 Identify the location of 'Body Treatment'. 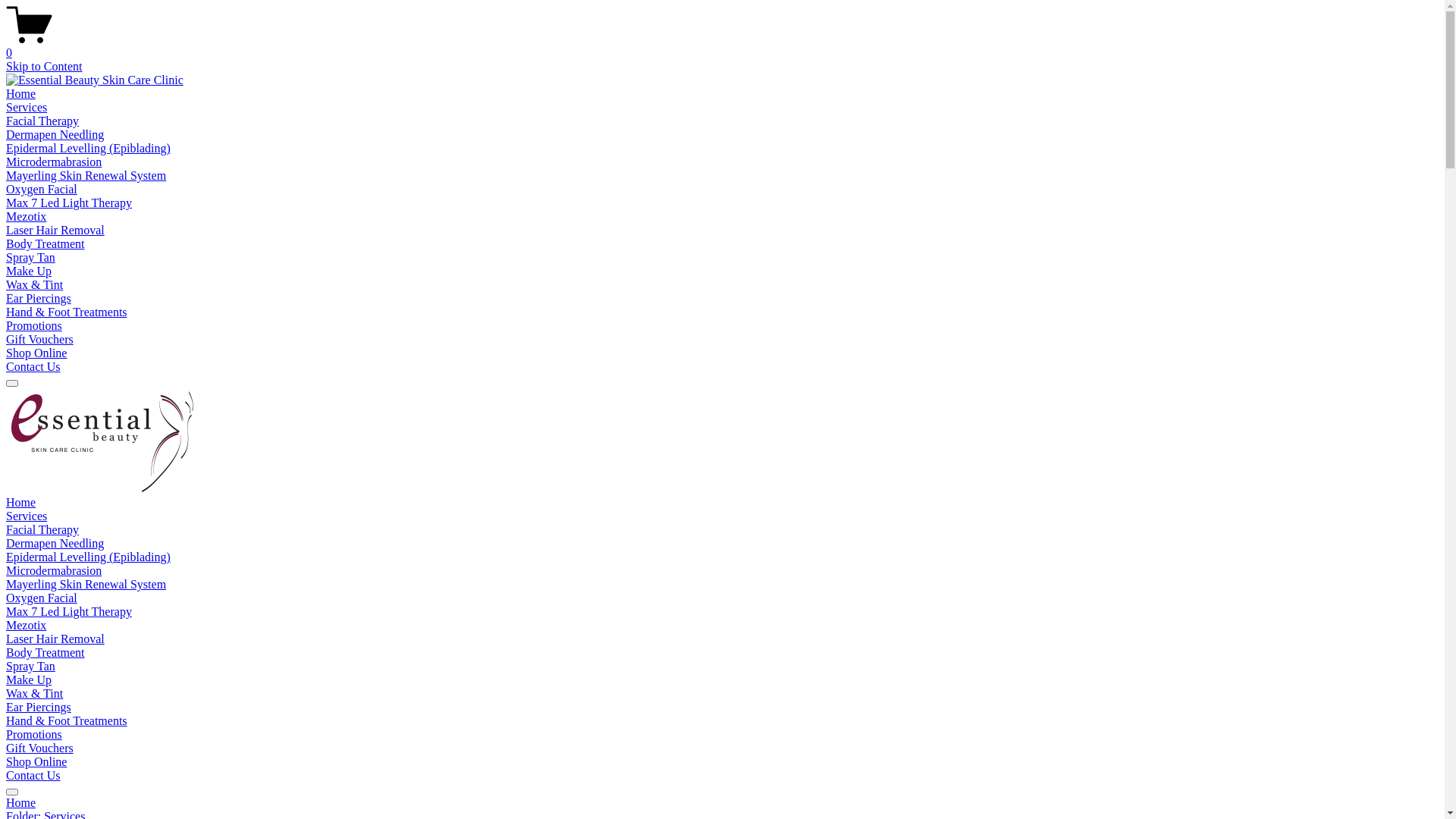
(45, 243).